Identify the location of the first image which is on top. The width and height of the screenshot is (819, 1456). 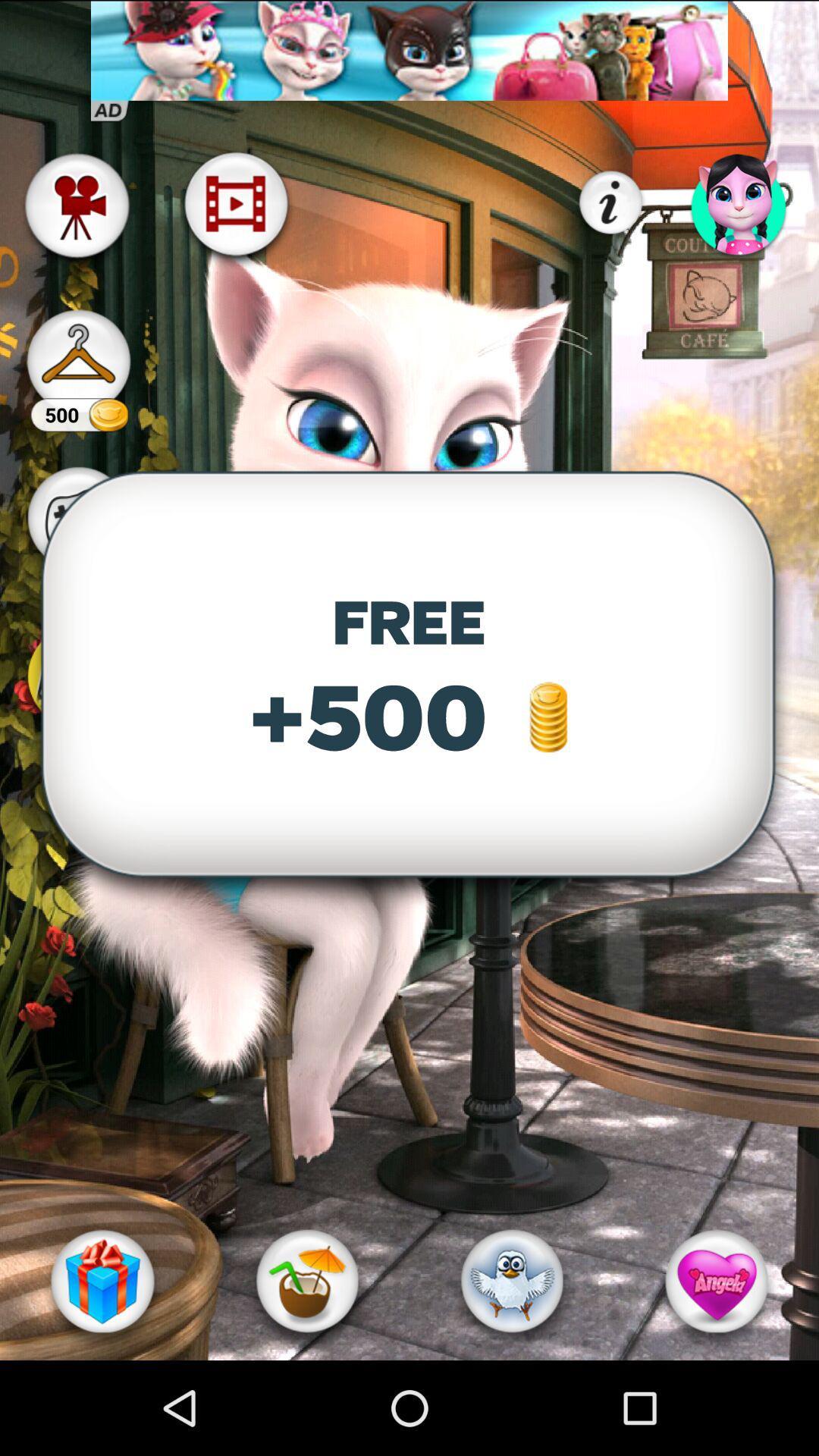
(409, 51).